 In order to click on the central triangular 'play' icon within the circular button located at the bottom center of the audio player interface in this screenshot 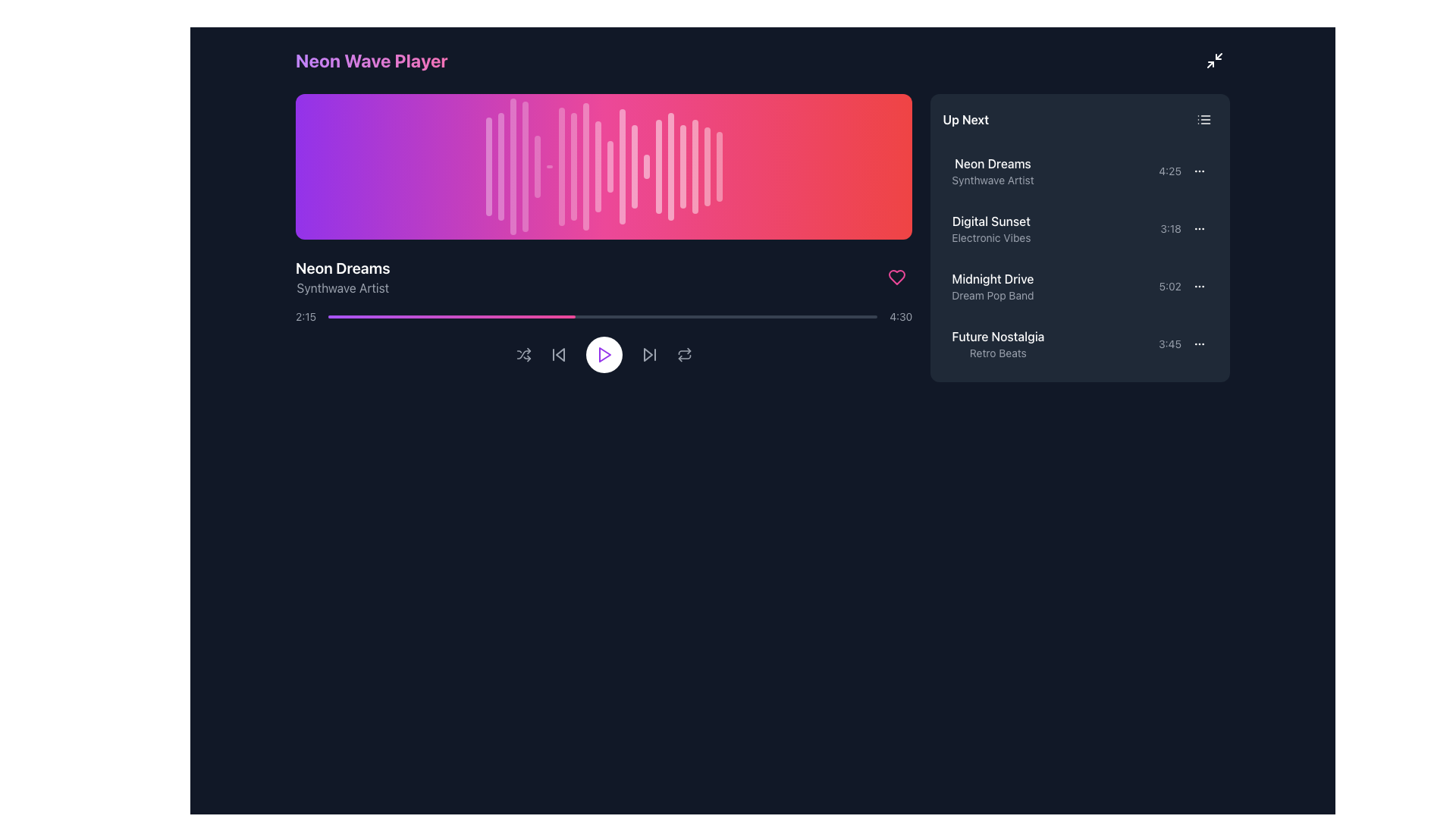, I will do `click(603, 354)`.